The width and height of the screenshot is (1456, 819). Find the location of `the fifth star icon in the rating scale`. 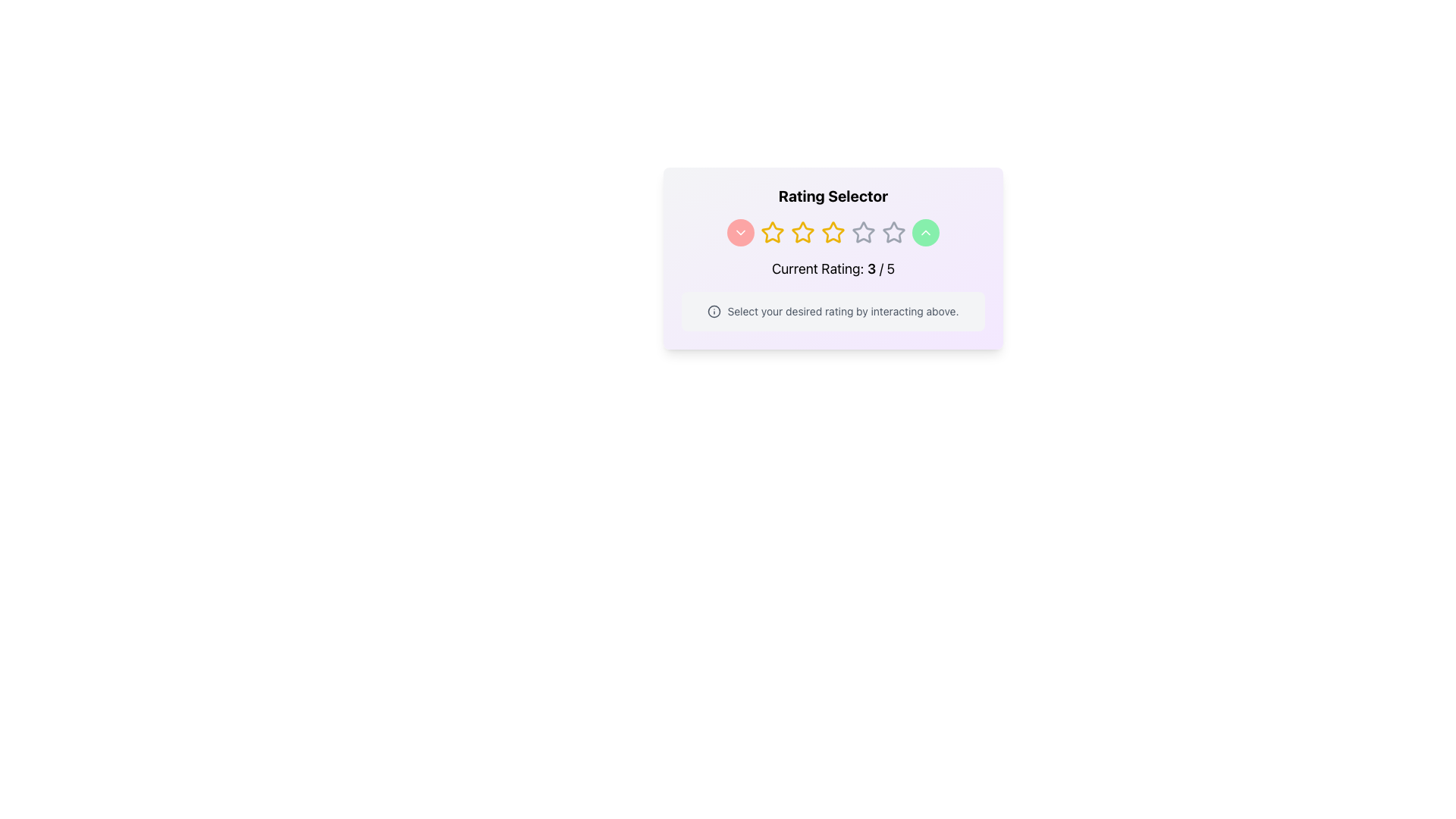

the fifth star icon in the rating scale is located at coordinates (894, 233).